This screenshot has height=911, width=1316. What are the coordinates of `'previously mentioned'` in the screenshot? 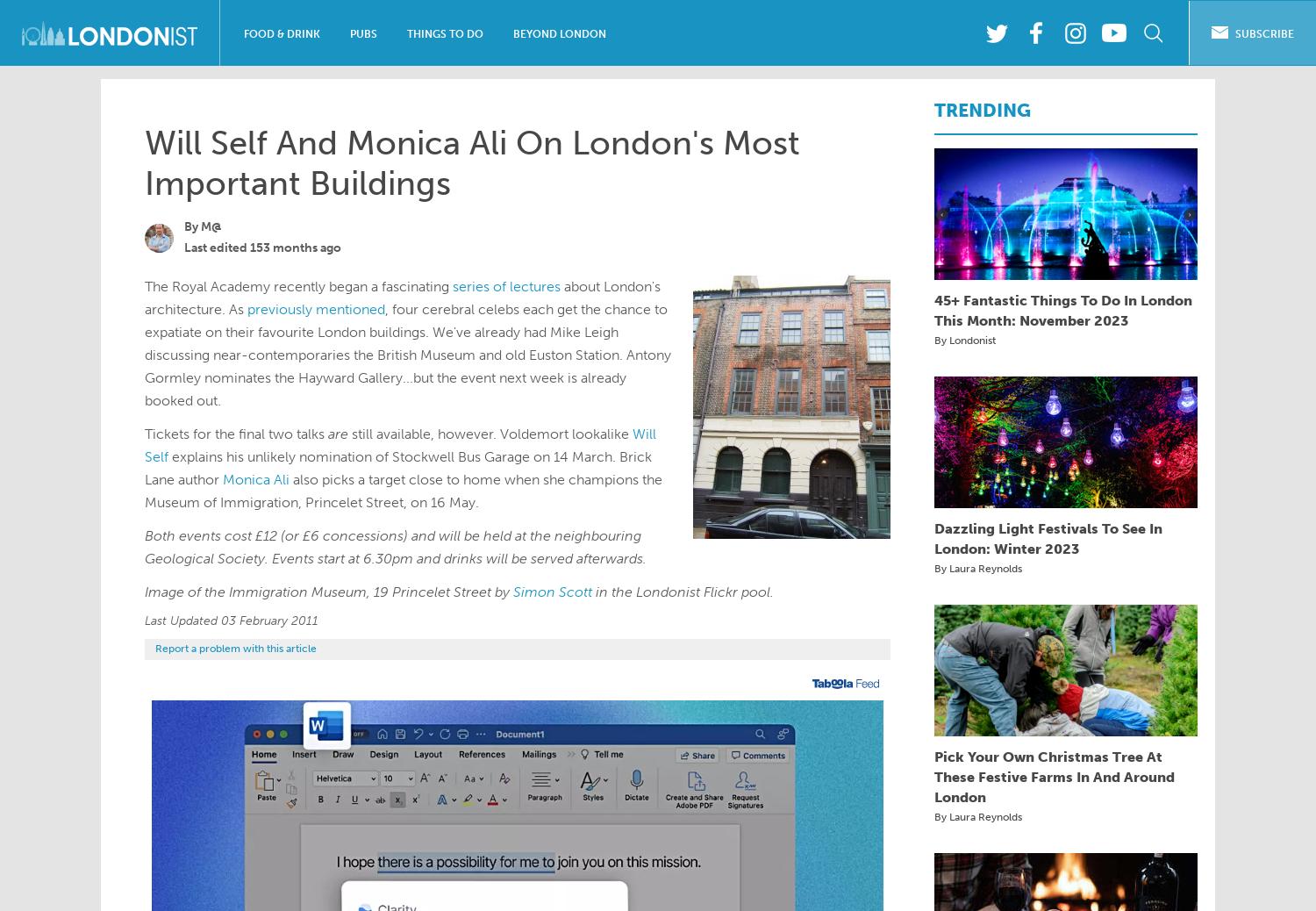 It's located at (315, 309).